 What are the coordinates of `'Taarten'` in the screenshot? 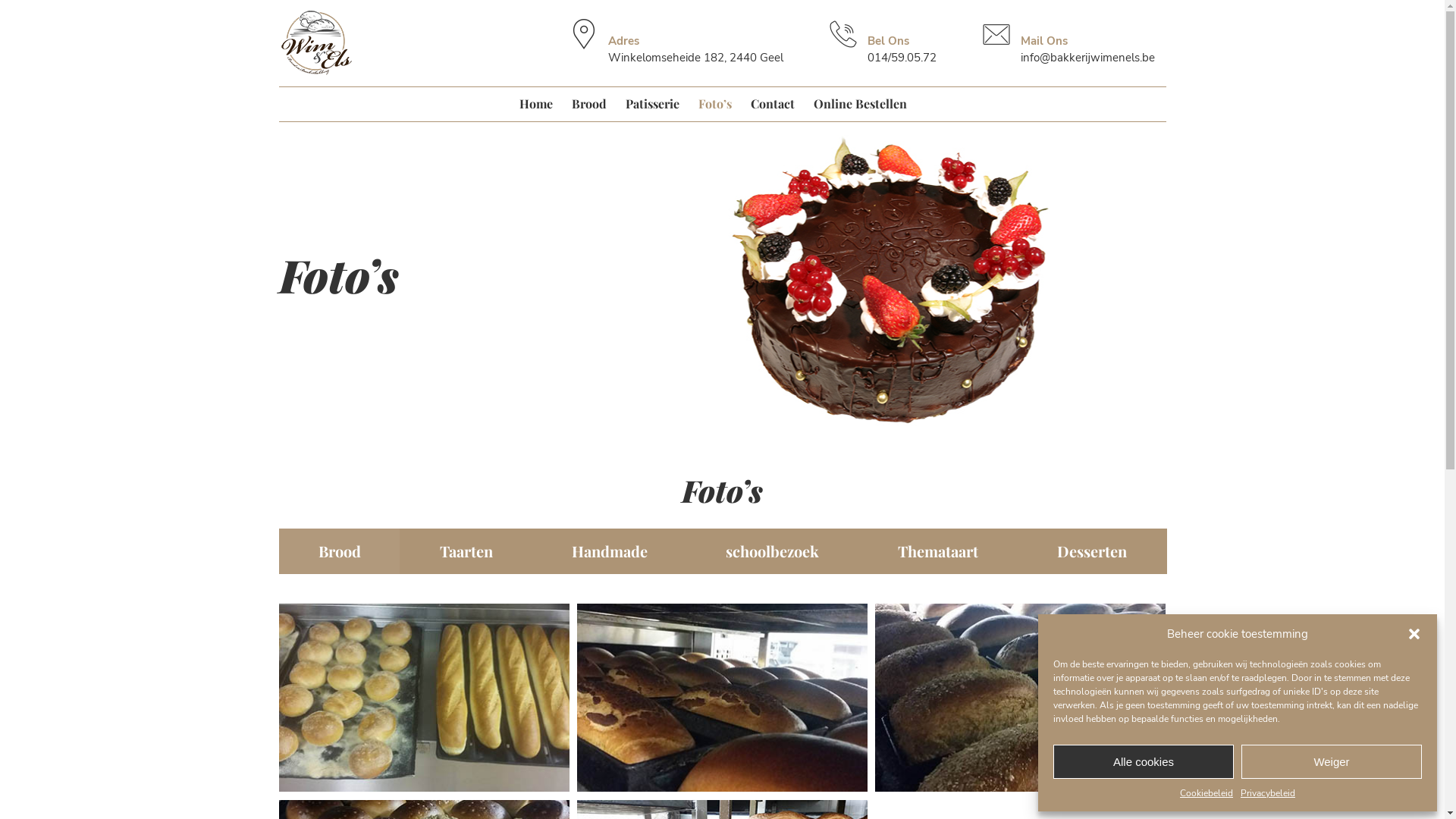 It's located at (465, 550).